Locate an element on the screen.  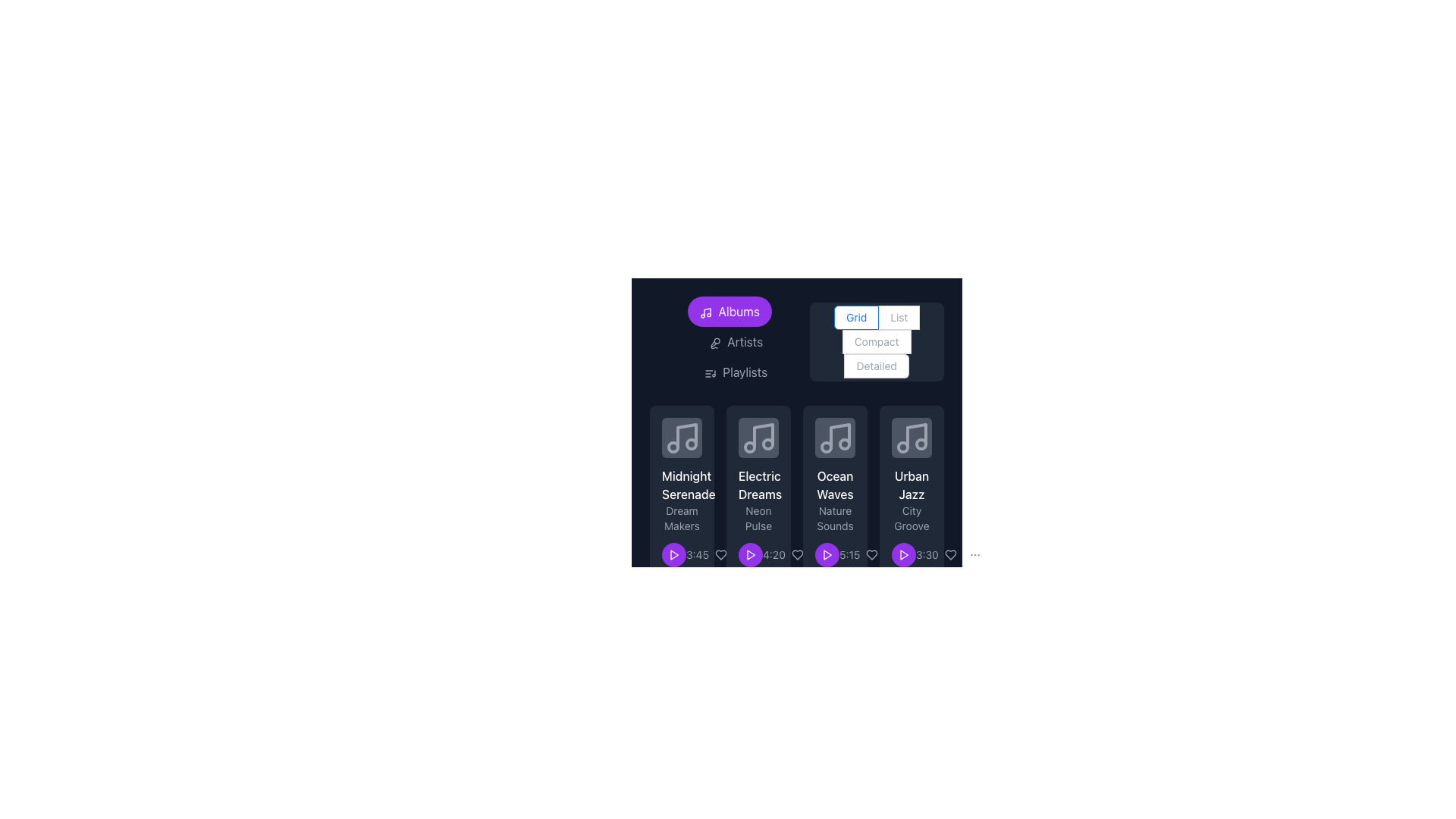
the play icon and time display element in the 'Midnight Serenade' card to change the button's color is located at coordinates (681, 555).